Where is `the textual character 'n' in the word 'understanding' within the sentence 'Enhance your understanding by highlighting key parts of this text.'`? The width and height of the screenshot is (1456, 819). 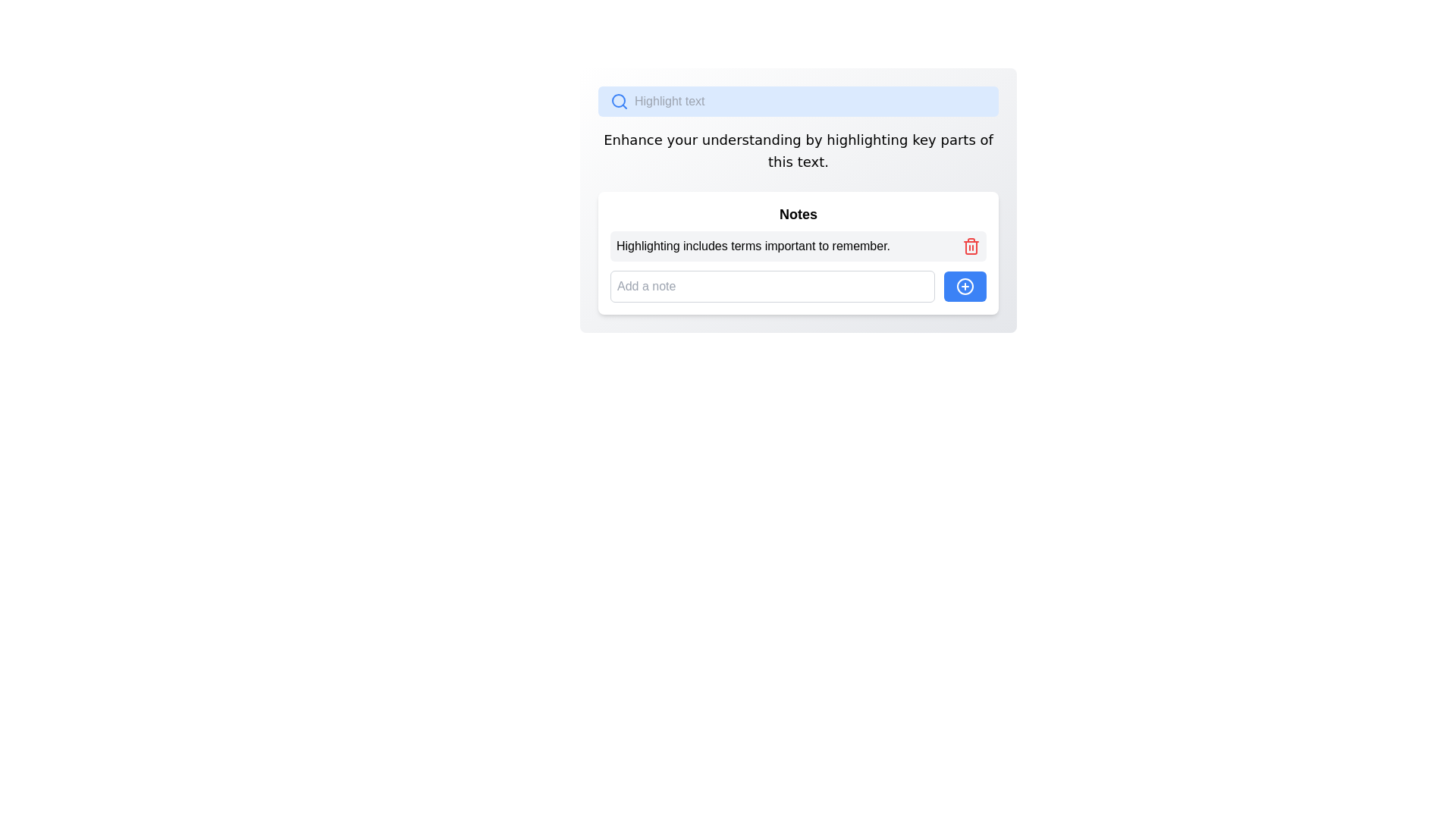 the textual character 'n' in the word 'understanding' within the sentence 'Enhance your understanding by highlighting key parts of this text.' is located at coordinates (714, 140).